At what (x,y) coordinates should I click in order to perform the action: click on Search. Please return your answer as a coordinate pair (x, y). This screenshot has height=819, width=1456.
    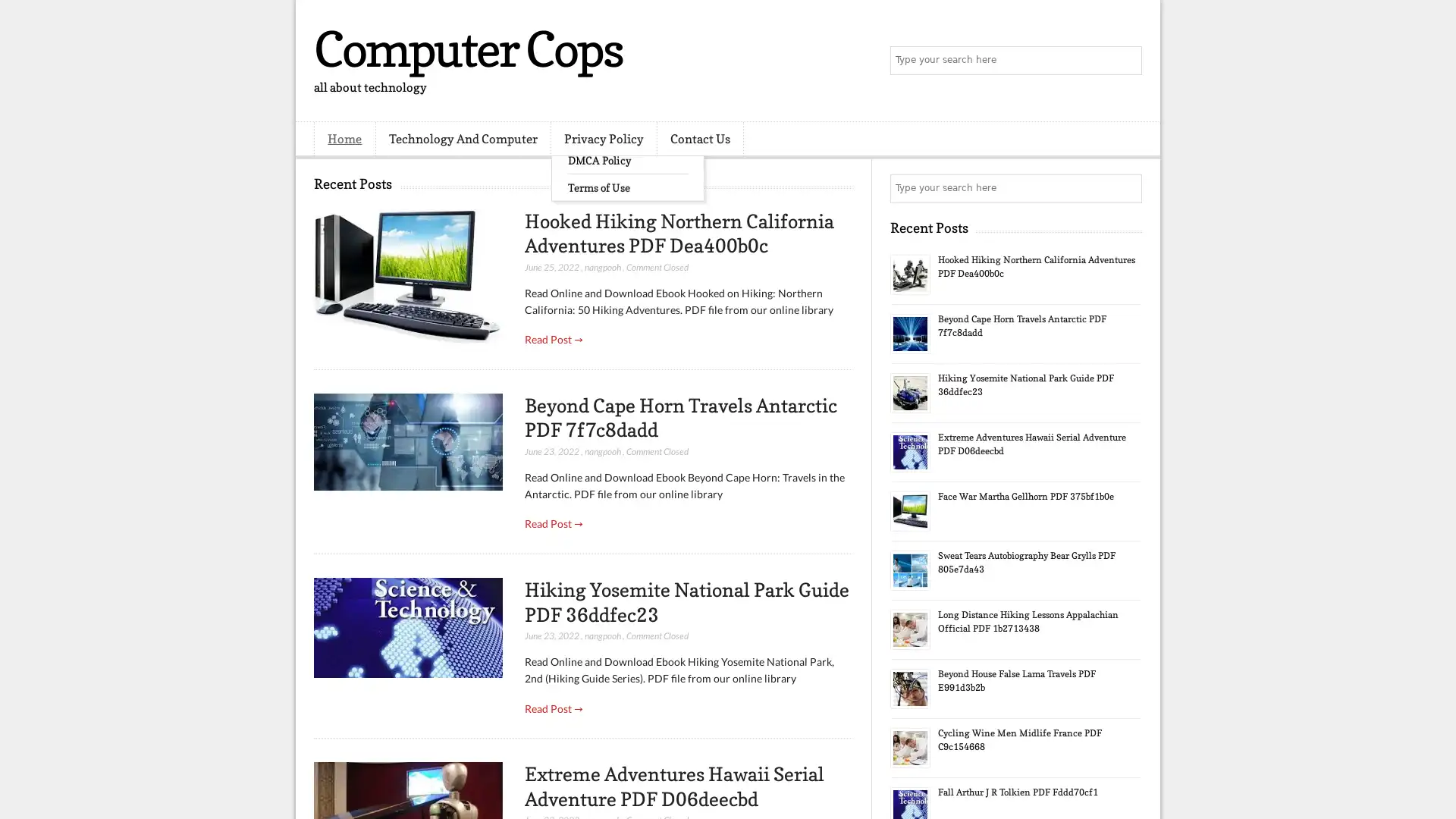
    Looking at the image, I should click on (1126, 61).